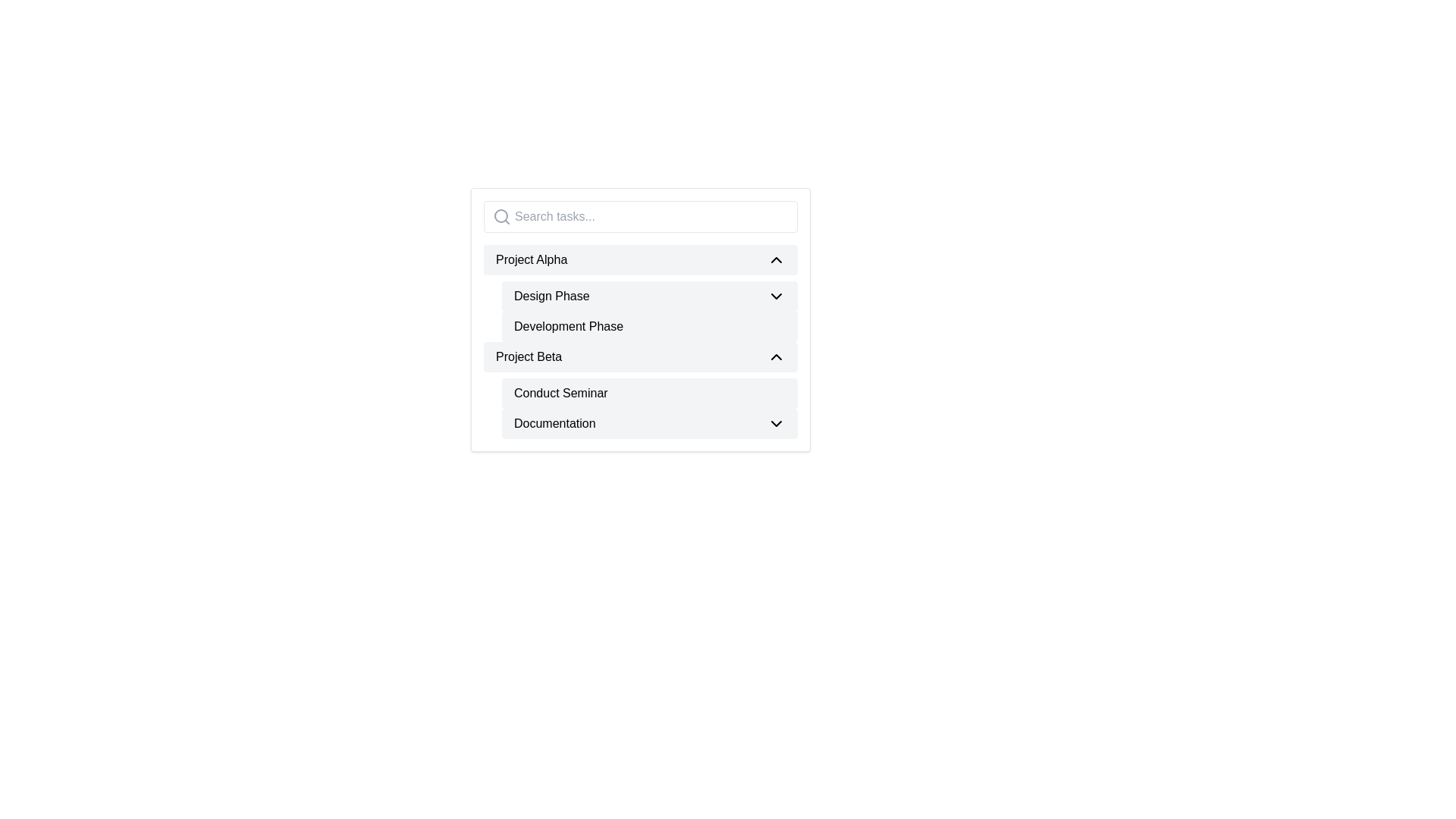  Describe the element at coordinates (640, 408) in the screenshot. I see `the Dropdown menu header labeled 'Conduct Seminar' and 'Documentation' for keyboard interaction` at that location.